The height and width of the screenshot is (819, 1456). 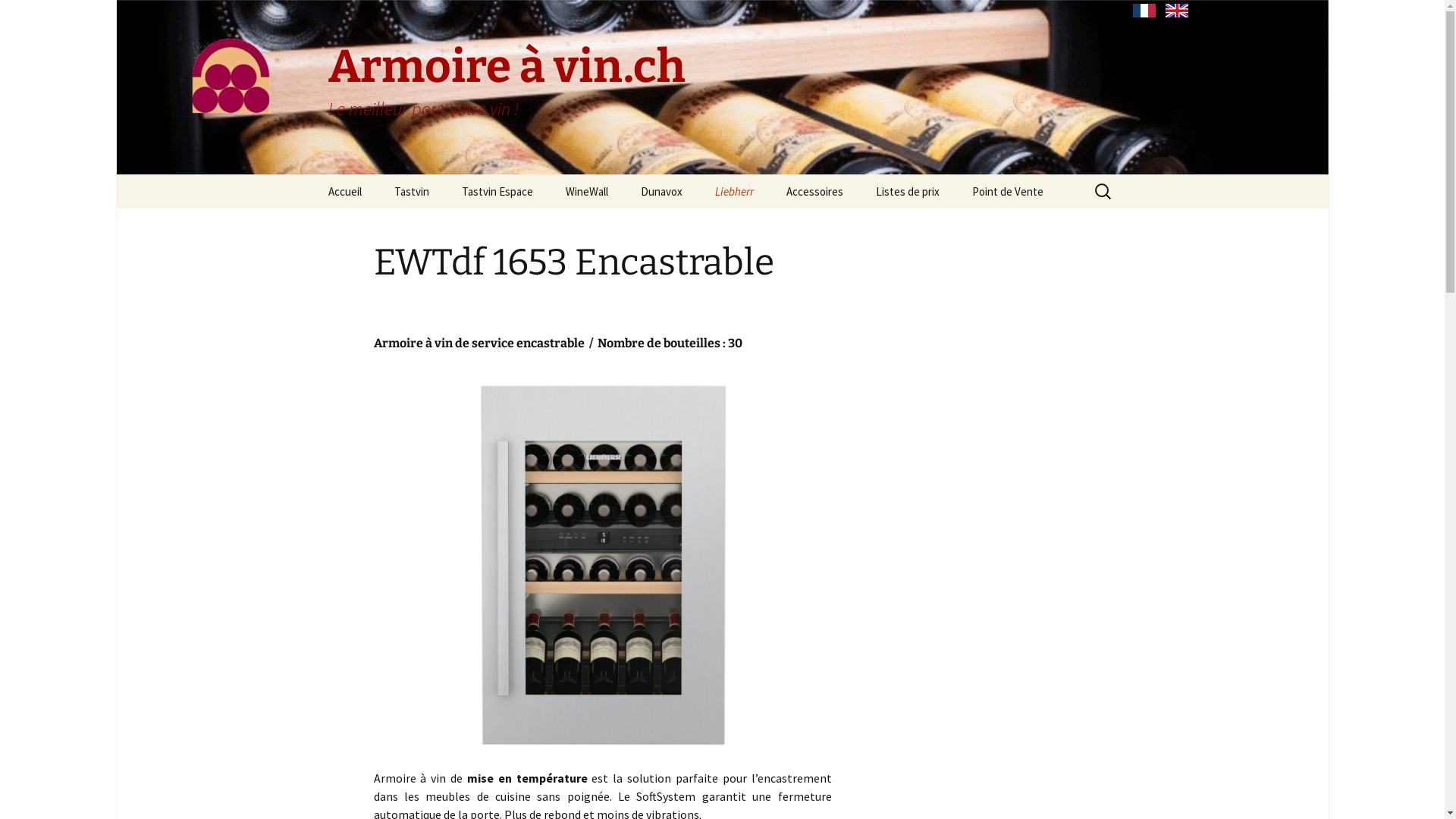 What do you see at coordinates (906, 190) in the screenshot?
I see `'Listes de prix'` at bounding box center [906, 190].